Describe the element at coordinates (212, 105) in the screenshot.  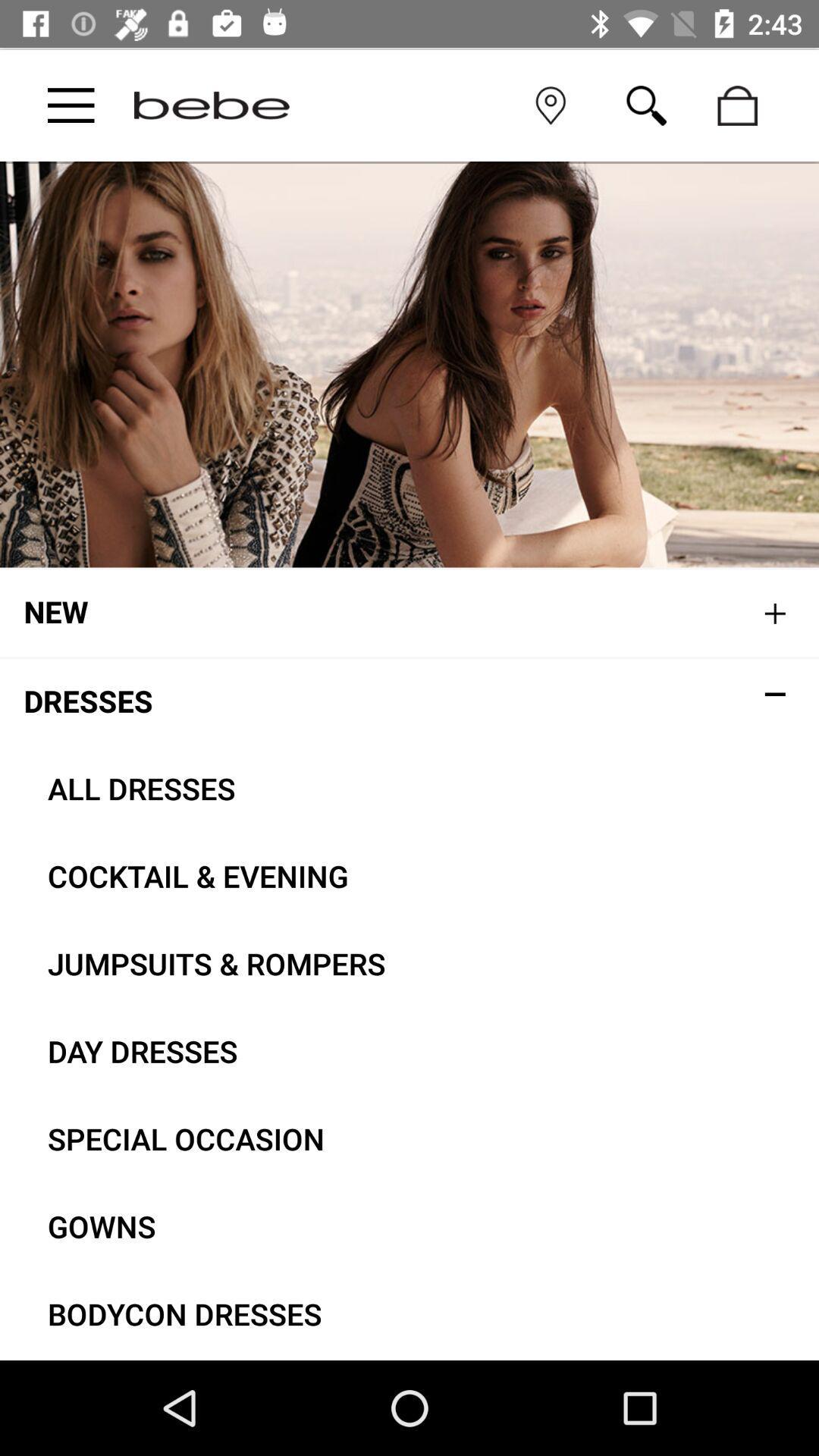
I see `bebe` at that location.